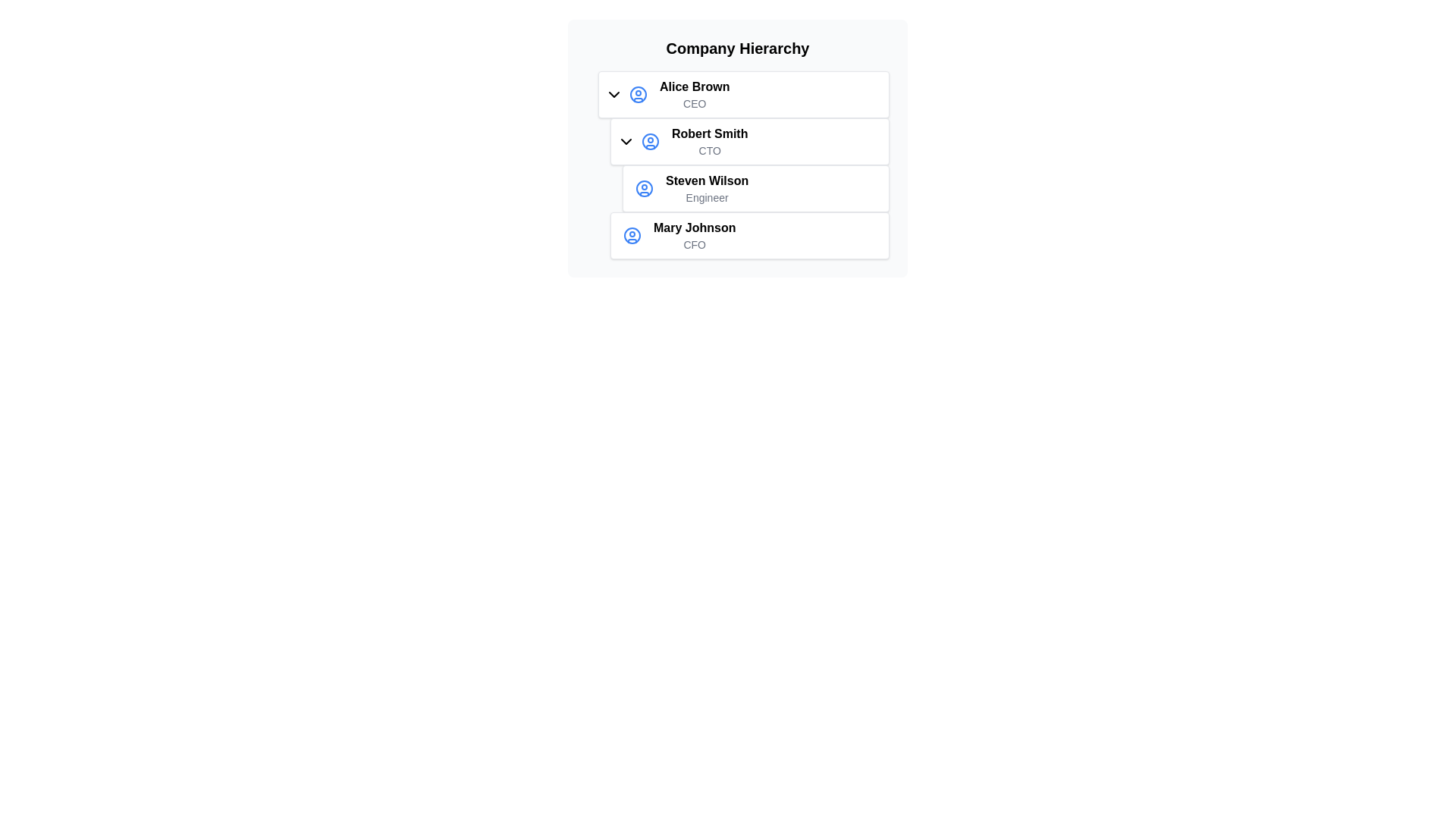 Image resolution: width=1456 pixels, height=819 pixels. I want to click on the fourth list item, so click(749, 236).